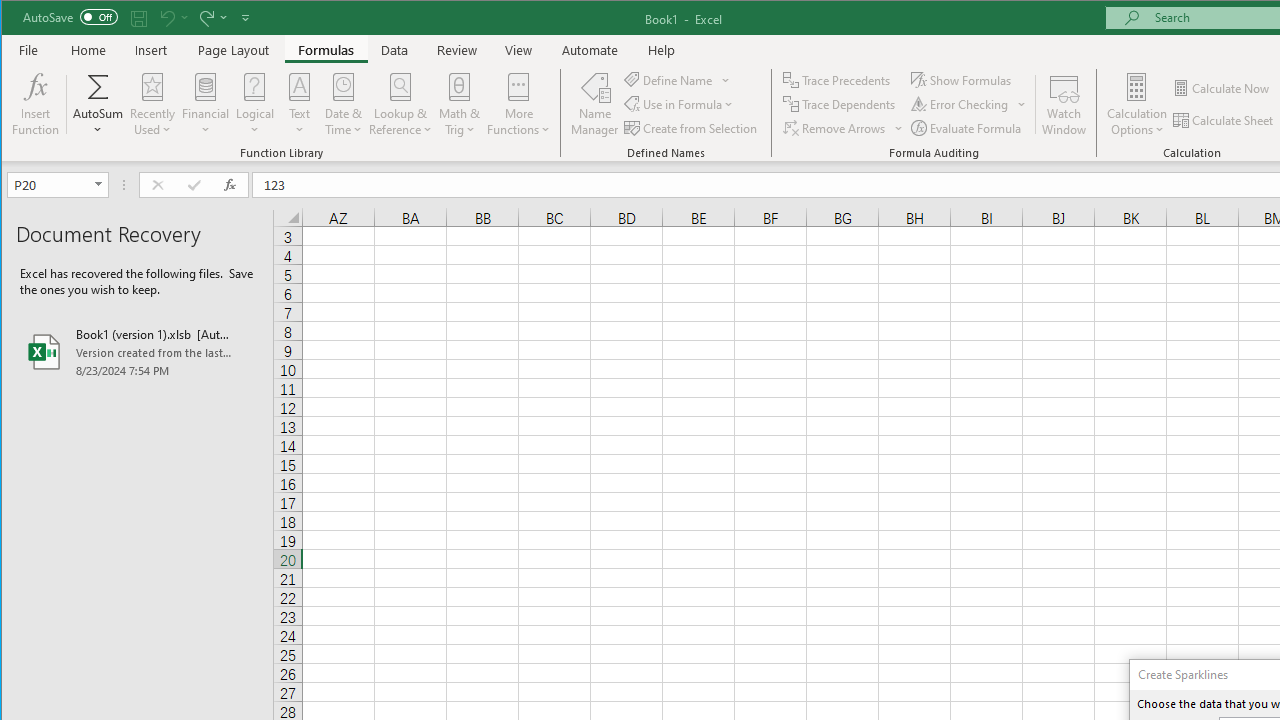  What do you see at coordinates (843, 128) in the screenshot?
I see `'Remove Arrows'` at bounding box center [843, 128].